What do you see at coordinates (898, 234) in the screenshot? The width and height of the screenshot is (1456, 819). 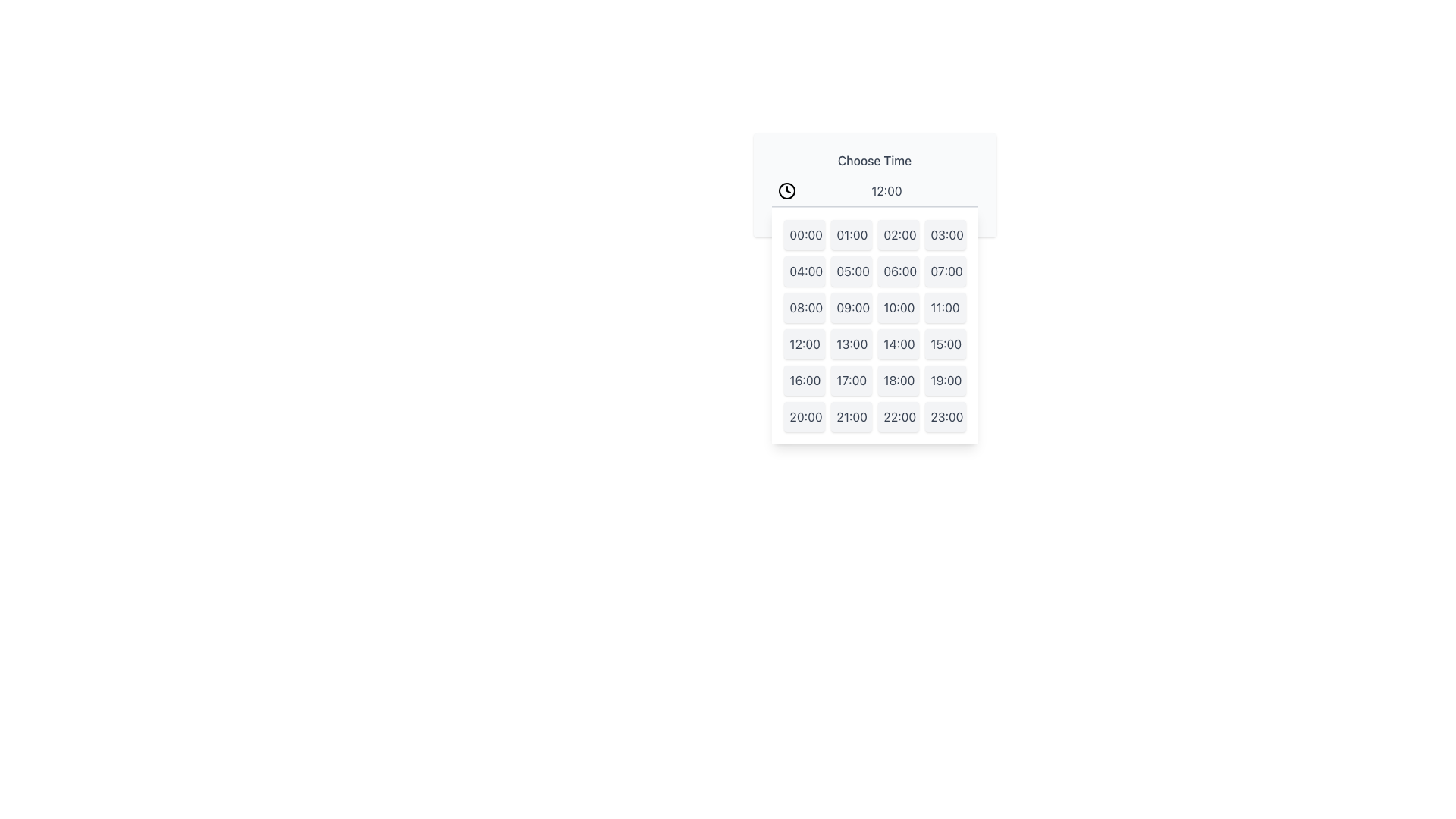 I see `the time selection button for '02:00' in the dropdown list to highlight it for keyboard navigation` at bounding box center [898, 234].